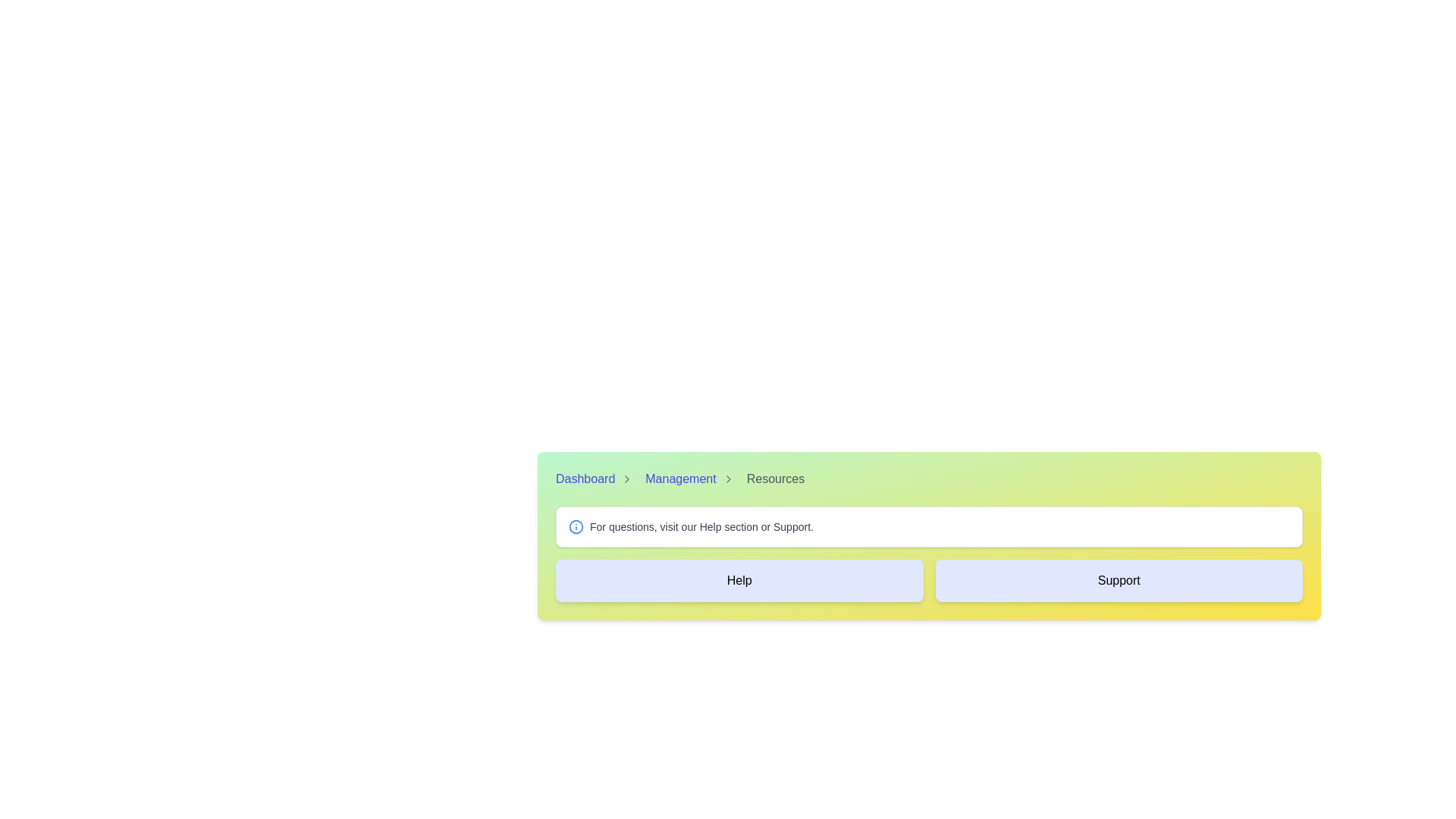  What do you see at coordinates (775, 479) in the screenshot?
I see `the third and last Text Label in the breadcrumb navigation bar, which indicates the current page or section title, located at the top right corner of the interface` at bounding box center [775, 479].